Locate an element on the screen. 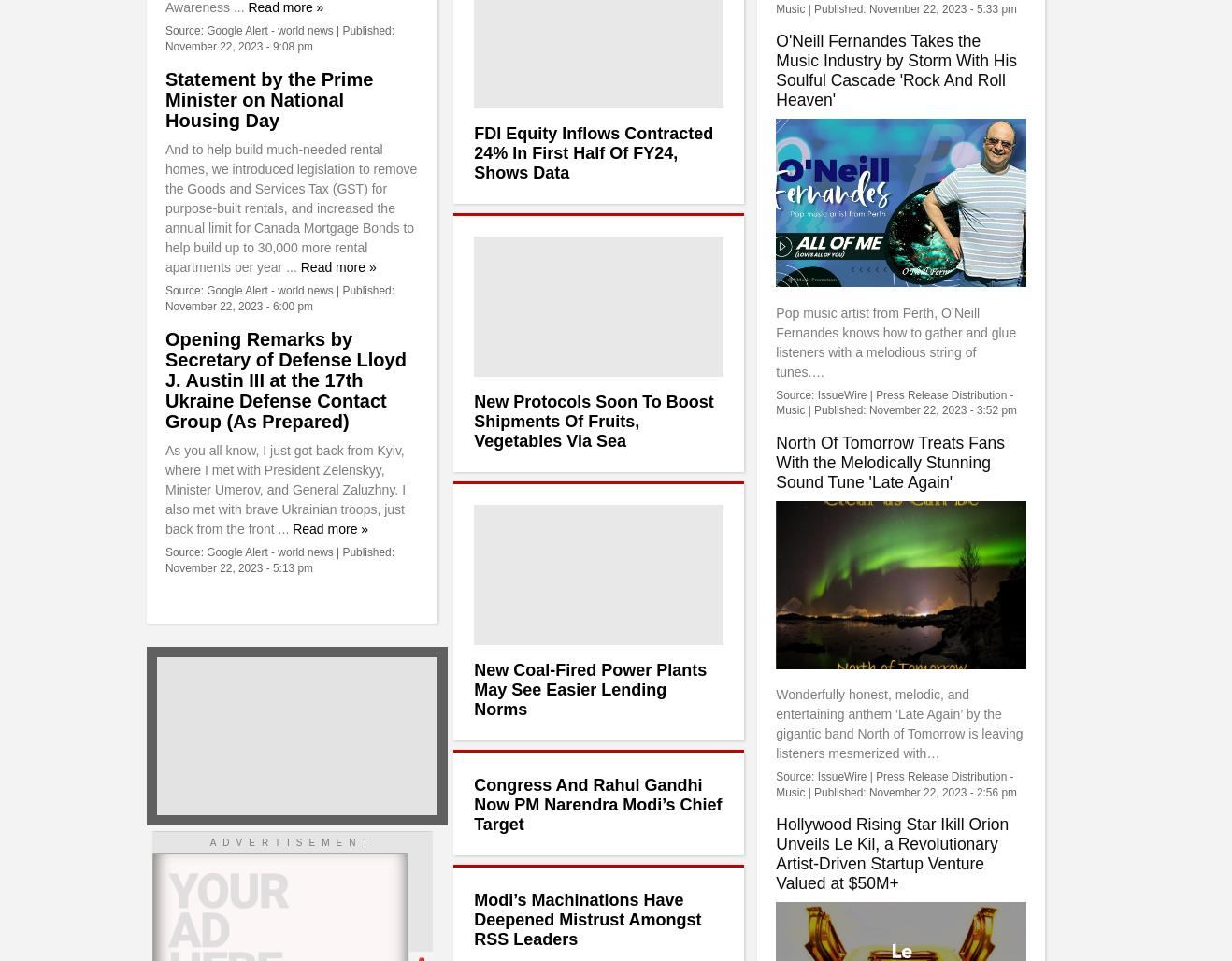 The width and height of the screenshot is (1232, 961). 'November 22, 2023 - 5:33 pm' is located at coordinates (942, 8).